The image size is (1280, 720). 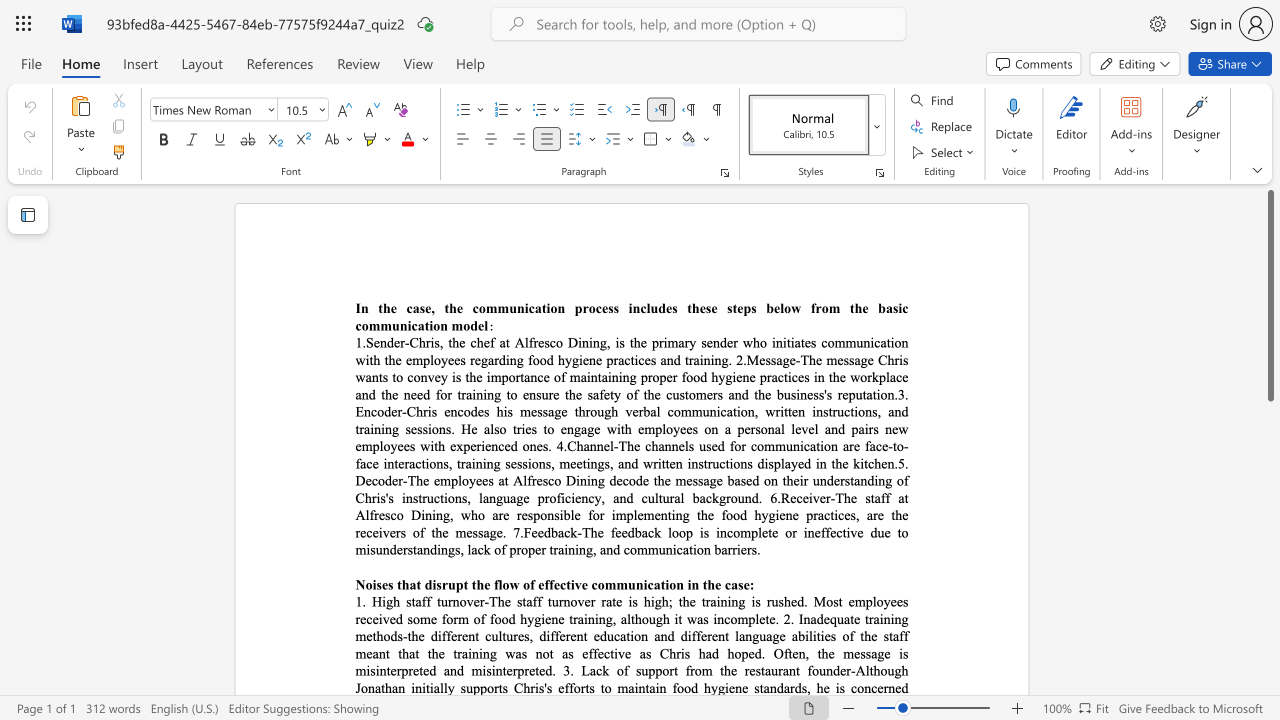 I want to click on the 2th character "t" in the text, so click(x=698, y=514).